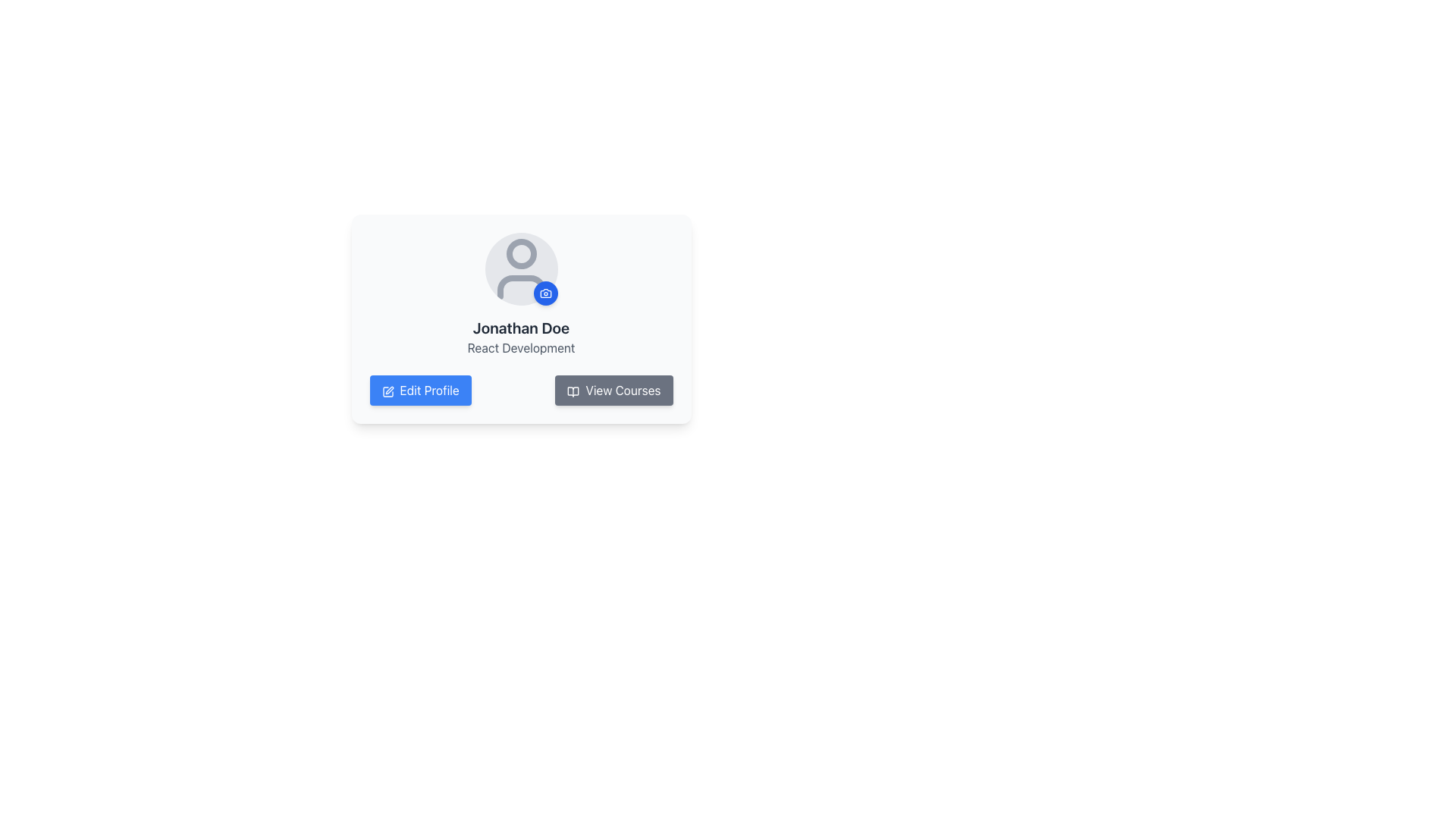  I want to click on the appearance of the SVG graphic icon representing a pen drawing on a square, which is styled in gray and is part of a composite group, located in the top-left area of the profile card, so click(389, 389).